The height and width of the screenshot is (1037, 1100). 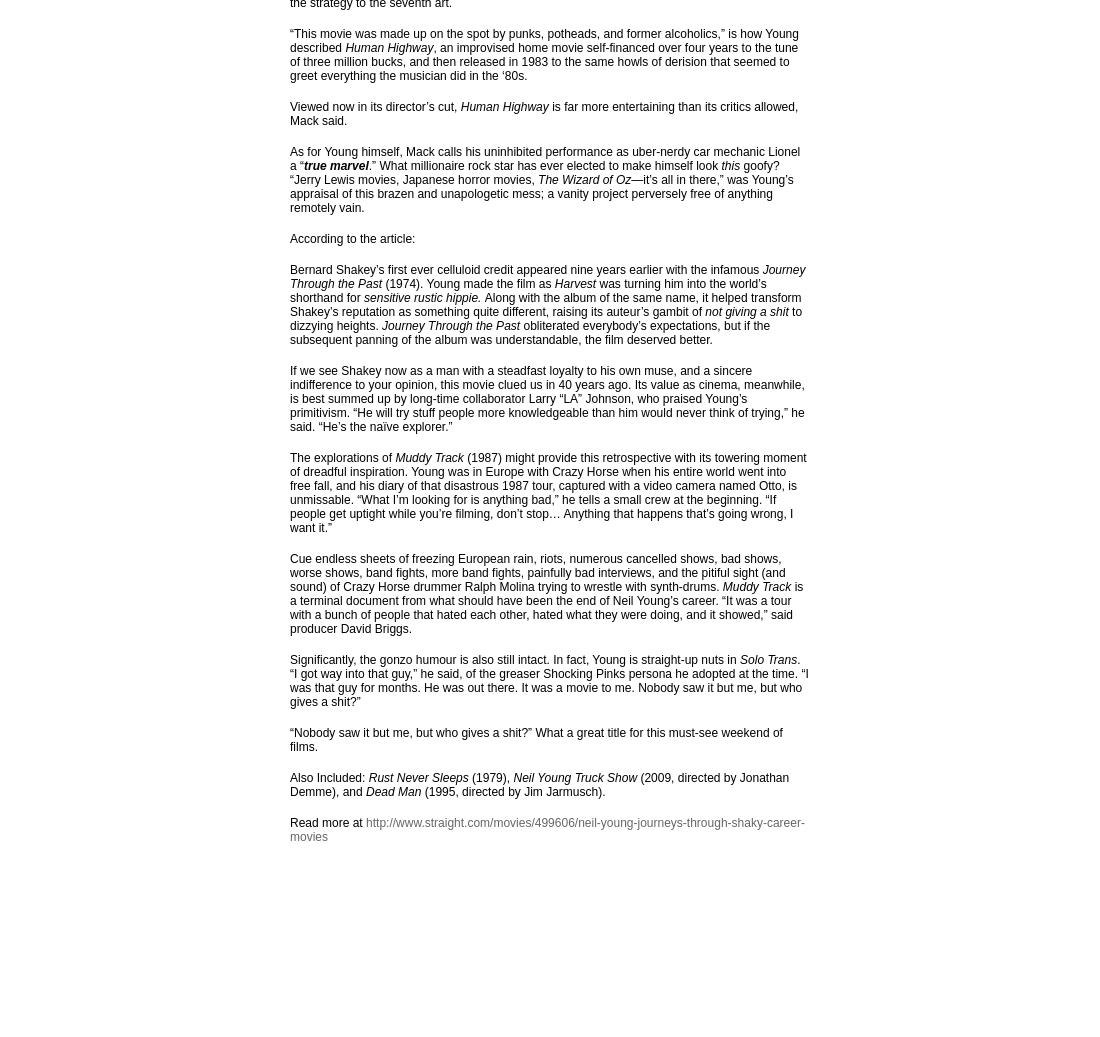 What do you see at coordinates (534, 171) in the screenshot?
I see `'goofy? “Jerry Lewis movies, Japanese horror movies,'` at bounding box center [534, 171].